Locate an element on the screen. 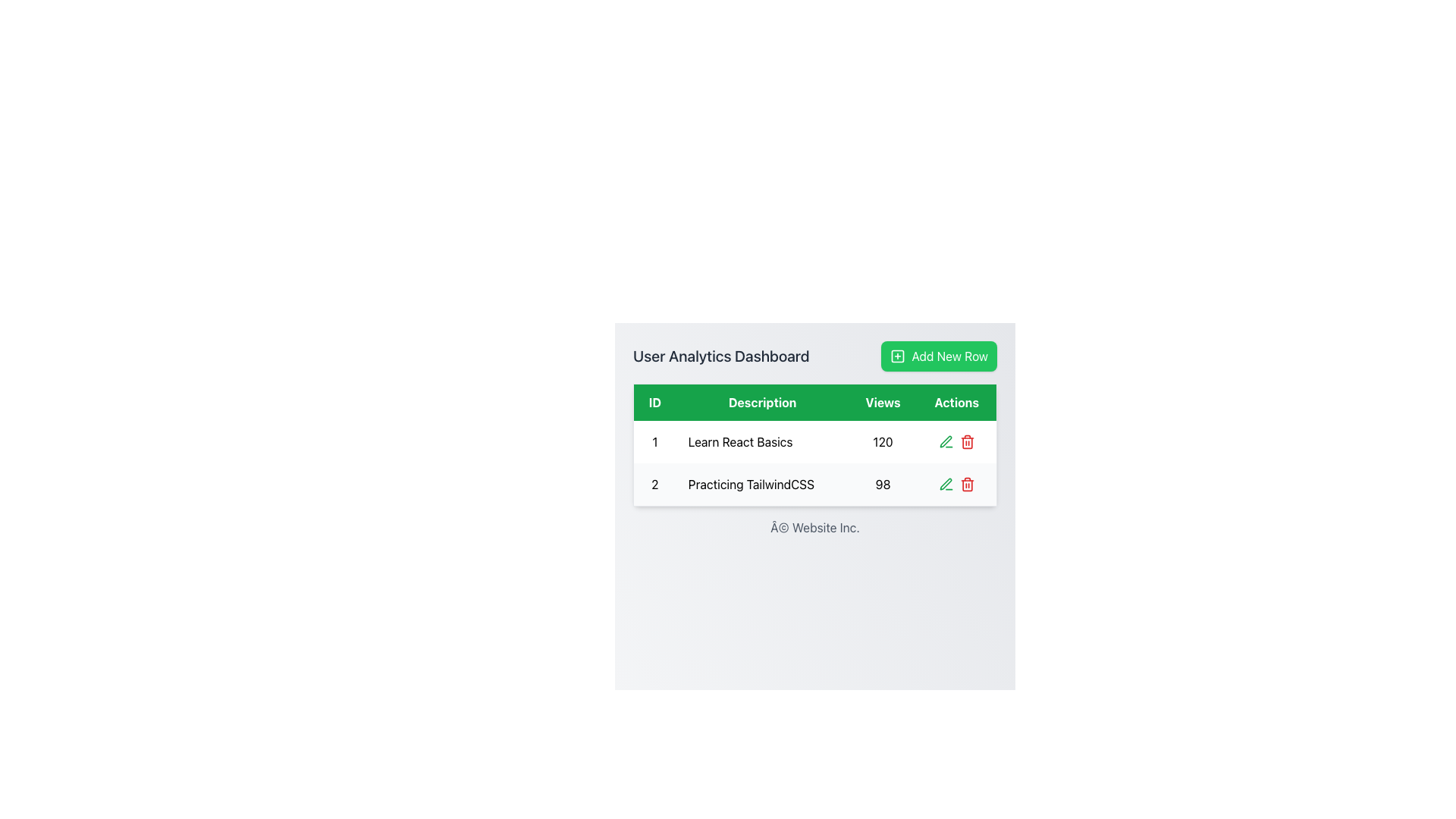 Image resolution: width=1456 pixels, height=819 pixels. 'Description' label located in the green rectangular header cell of the table, which is positioned between the 'ID' and 'Views' headers is located at coordinates (762, 401).